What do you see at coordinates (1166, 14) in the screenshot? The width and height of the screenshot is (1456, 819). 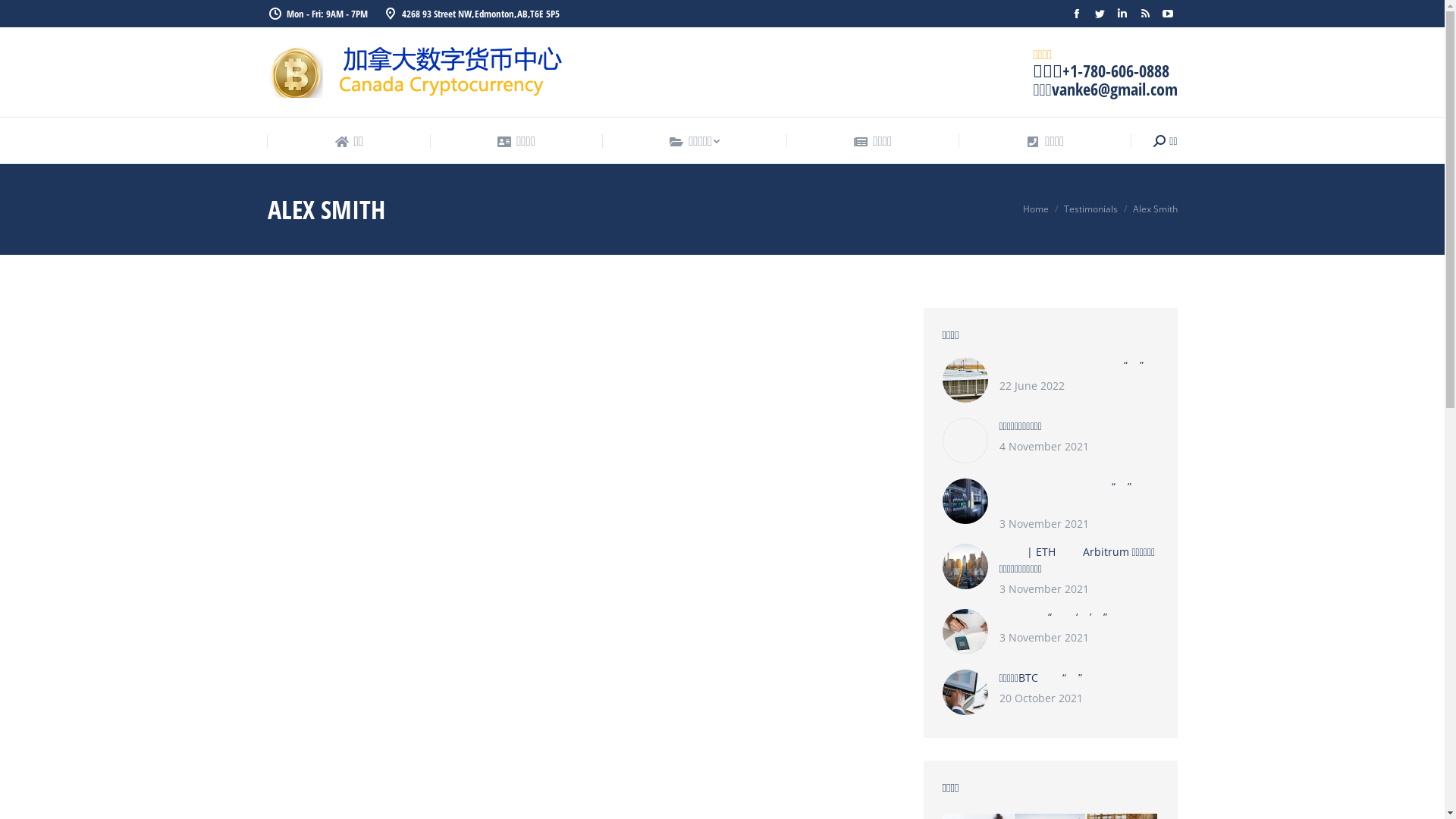 I see `'YouTube page opens in new window'` at bounding box center [1166, 14].